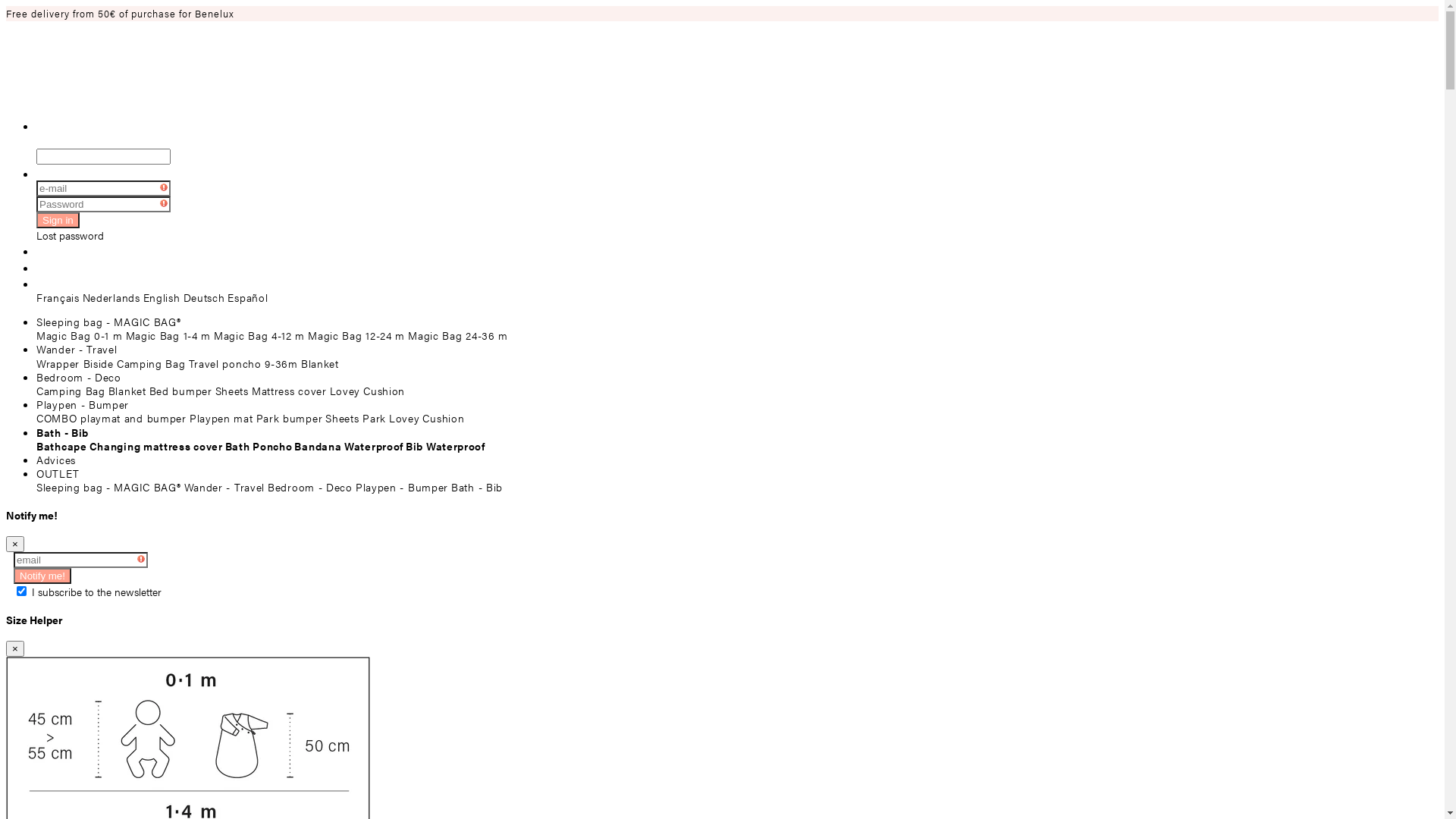 This screenshot has height=819, width=1456. Describe the element at coordinates (78, 376) in the screenshot. I see `'Bedroom - Deco'` at that location.